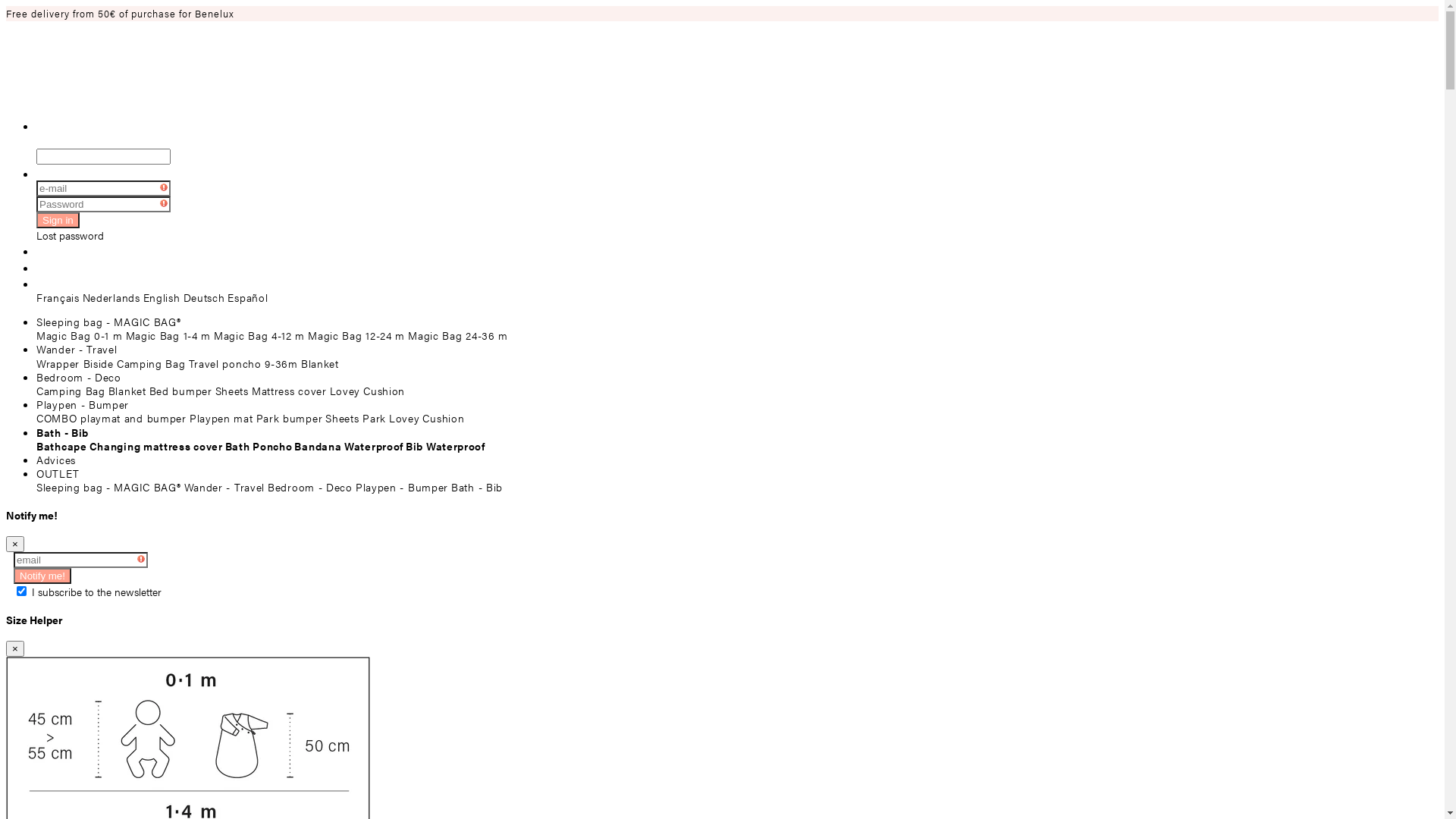 This screenshot has height=819, width=1456. Describe the element at coordinates (78, 376) in the screenshot. I see `'Bedroom - Deco'` at that location.